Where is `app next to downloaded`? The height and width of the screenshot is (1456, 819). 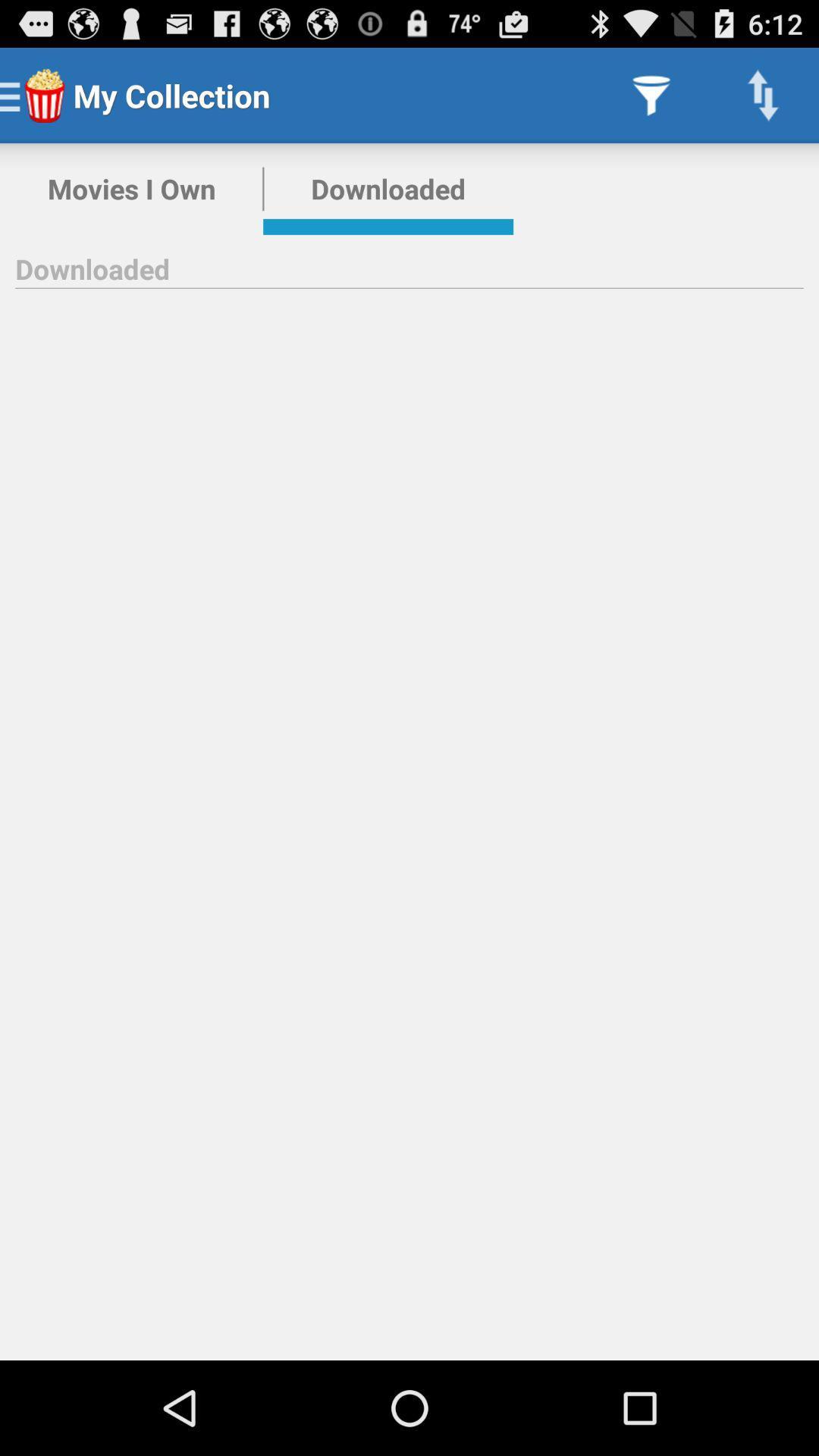
app next to downloaded is located at coordinates (130, 188).